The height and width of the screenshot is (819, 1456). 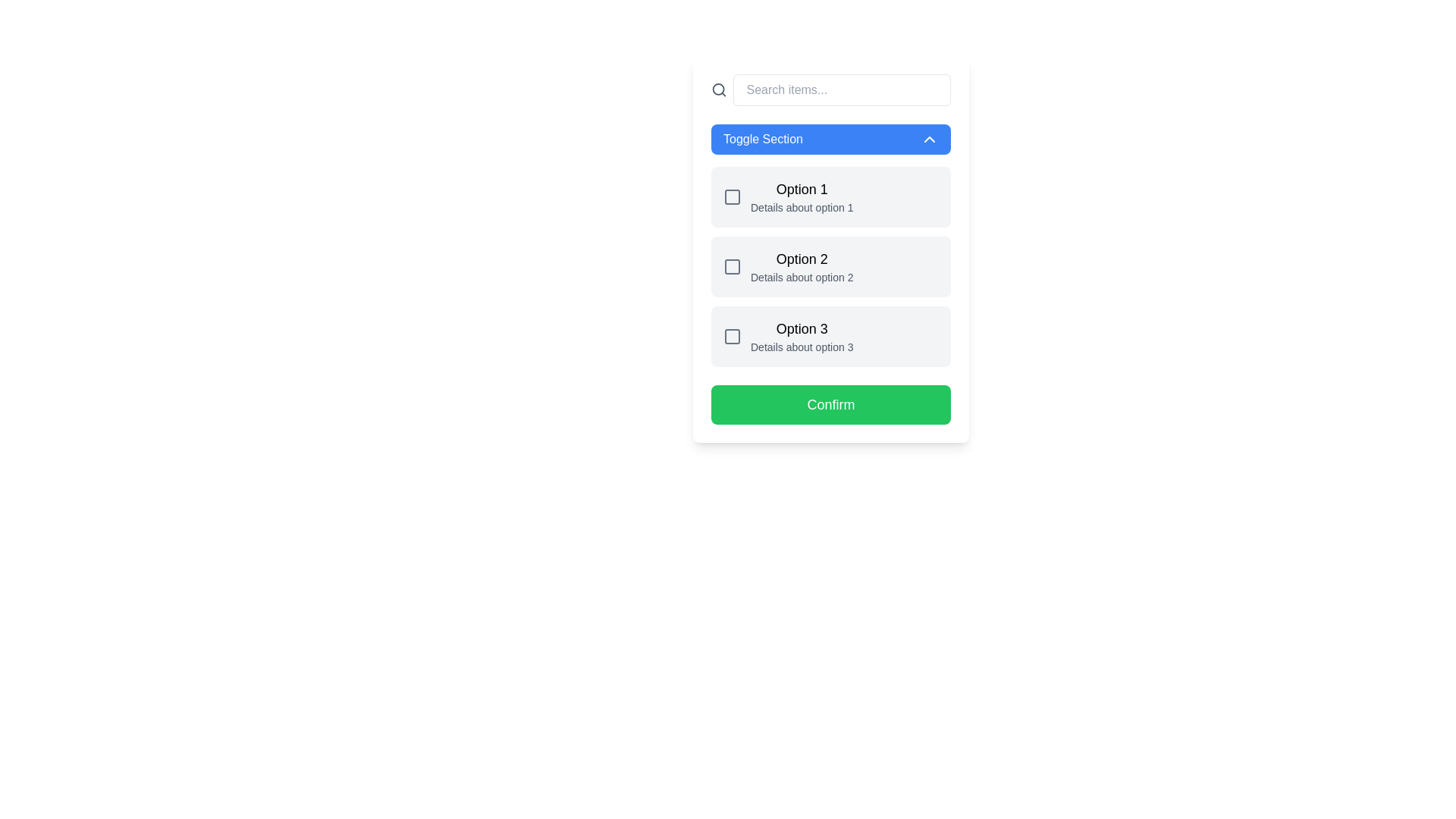 What do you see at coordinates (801, 207) in the screenshot?
I see `the static text label reading 'Details about option 1', which is styled in a smaller font and grey color, located below the 'Option 1' label` at bounding box center [801, 207].